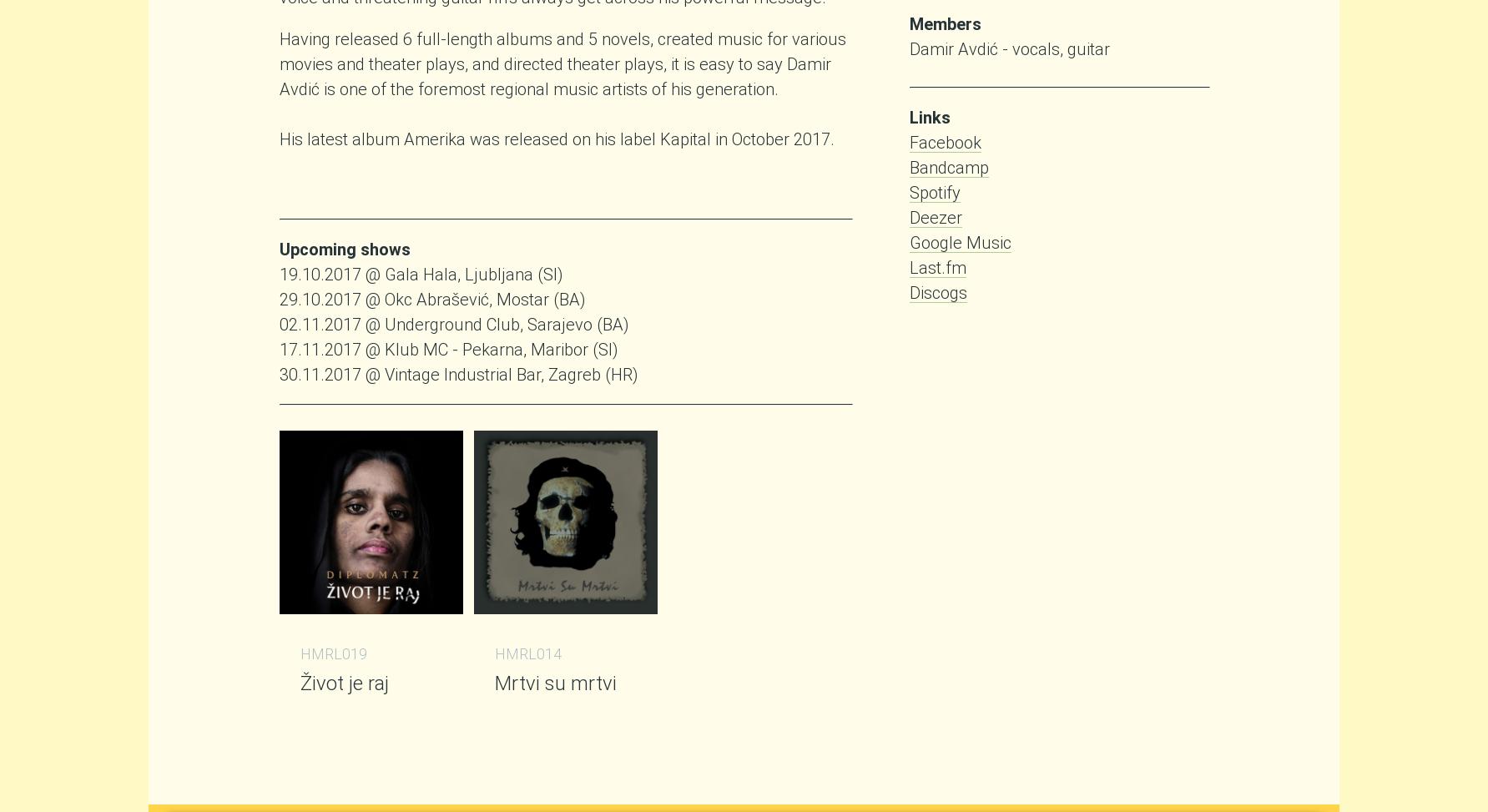 The height and width of the screenshot is (812, 1488). Describe the element at coordinates (527, 653) in the screenshot. I see `'HMRL014'` at that location.